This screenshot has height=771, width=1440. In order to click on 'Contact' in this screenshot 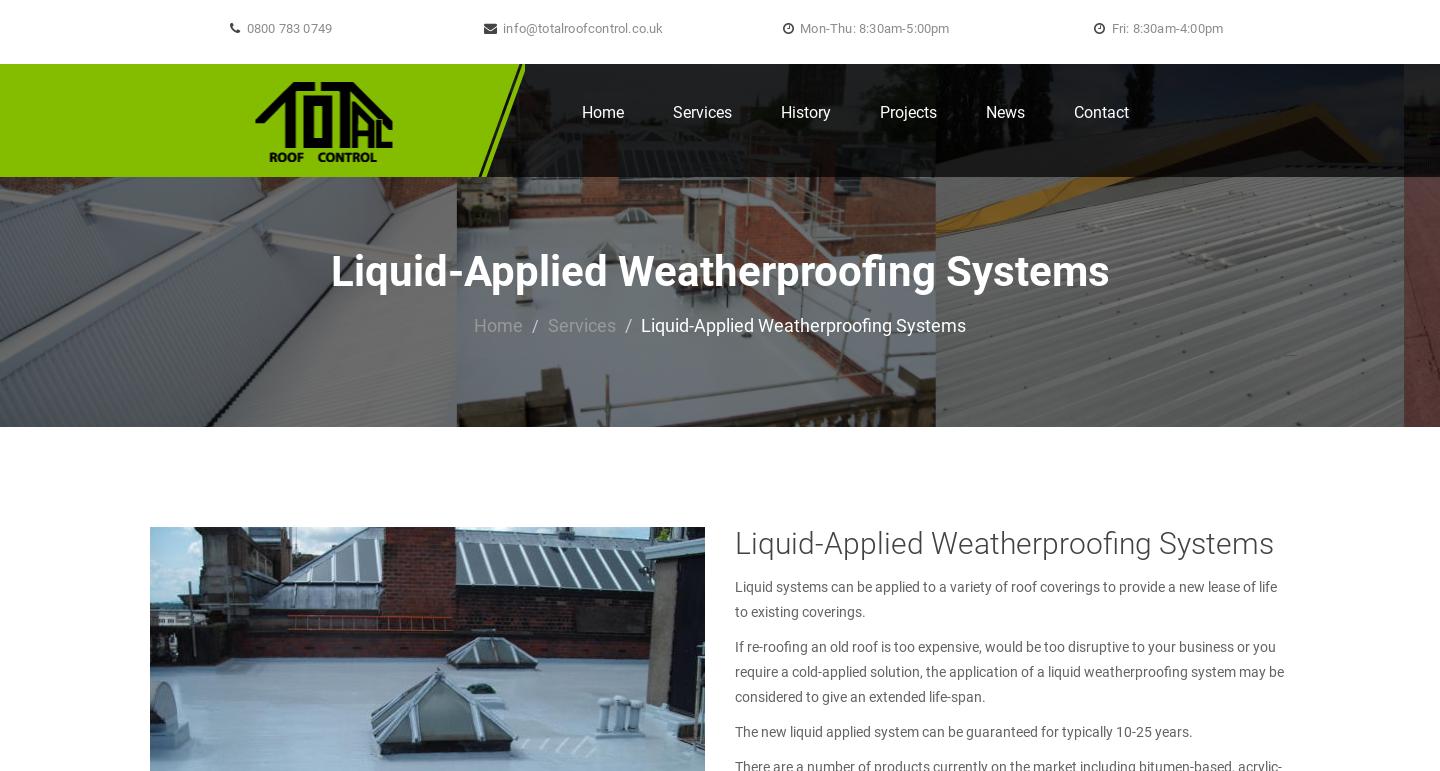, I will do `click(1100, 111)`.